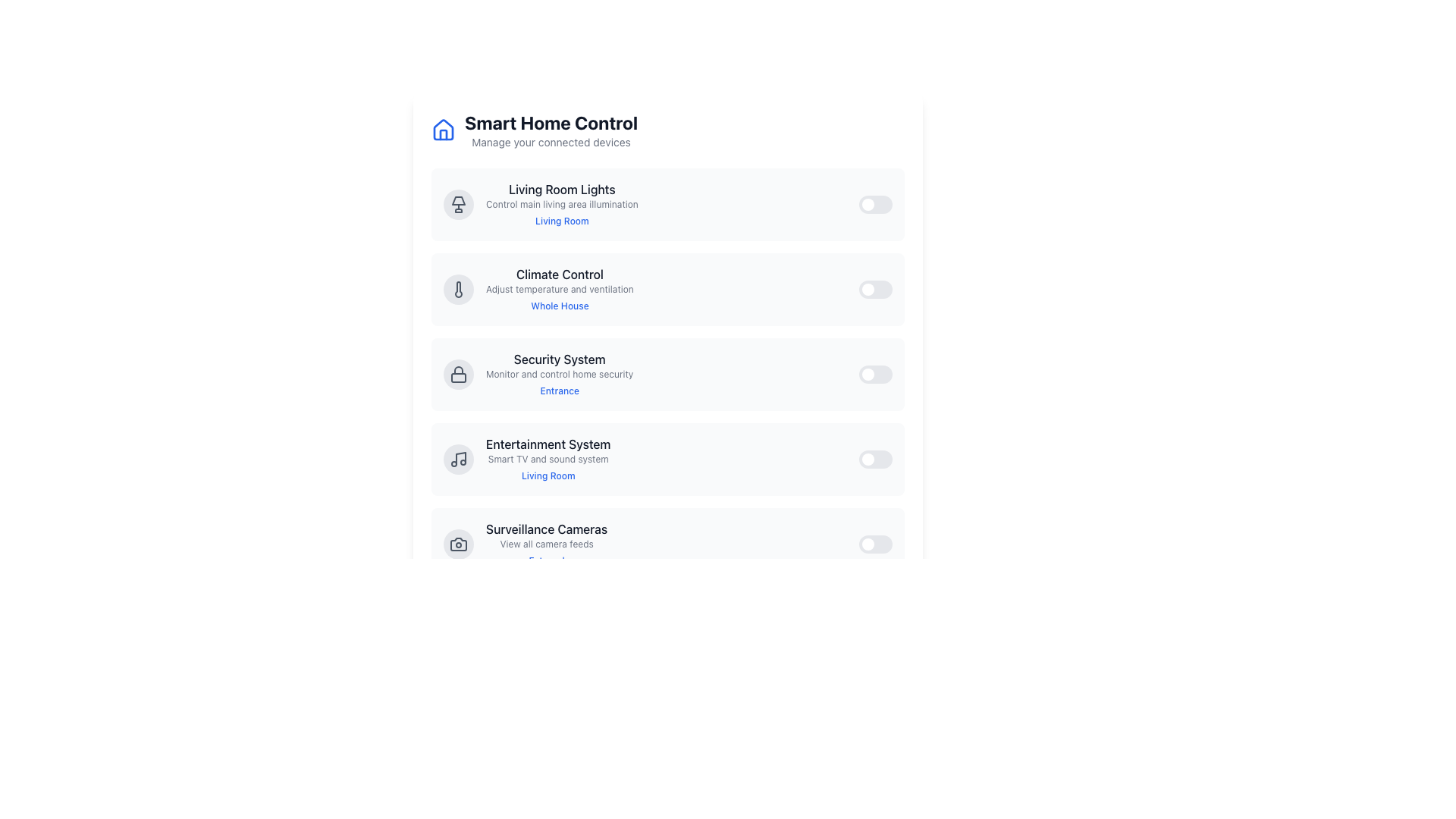  I want to click on the static text label reading 'Control main living area illumination', which is styled as a subtitle and positioned below the title 'Living Room Lights', so click(561, 205).